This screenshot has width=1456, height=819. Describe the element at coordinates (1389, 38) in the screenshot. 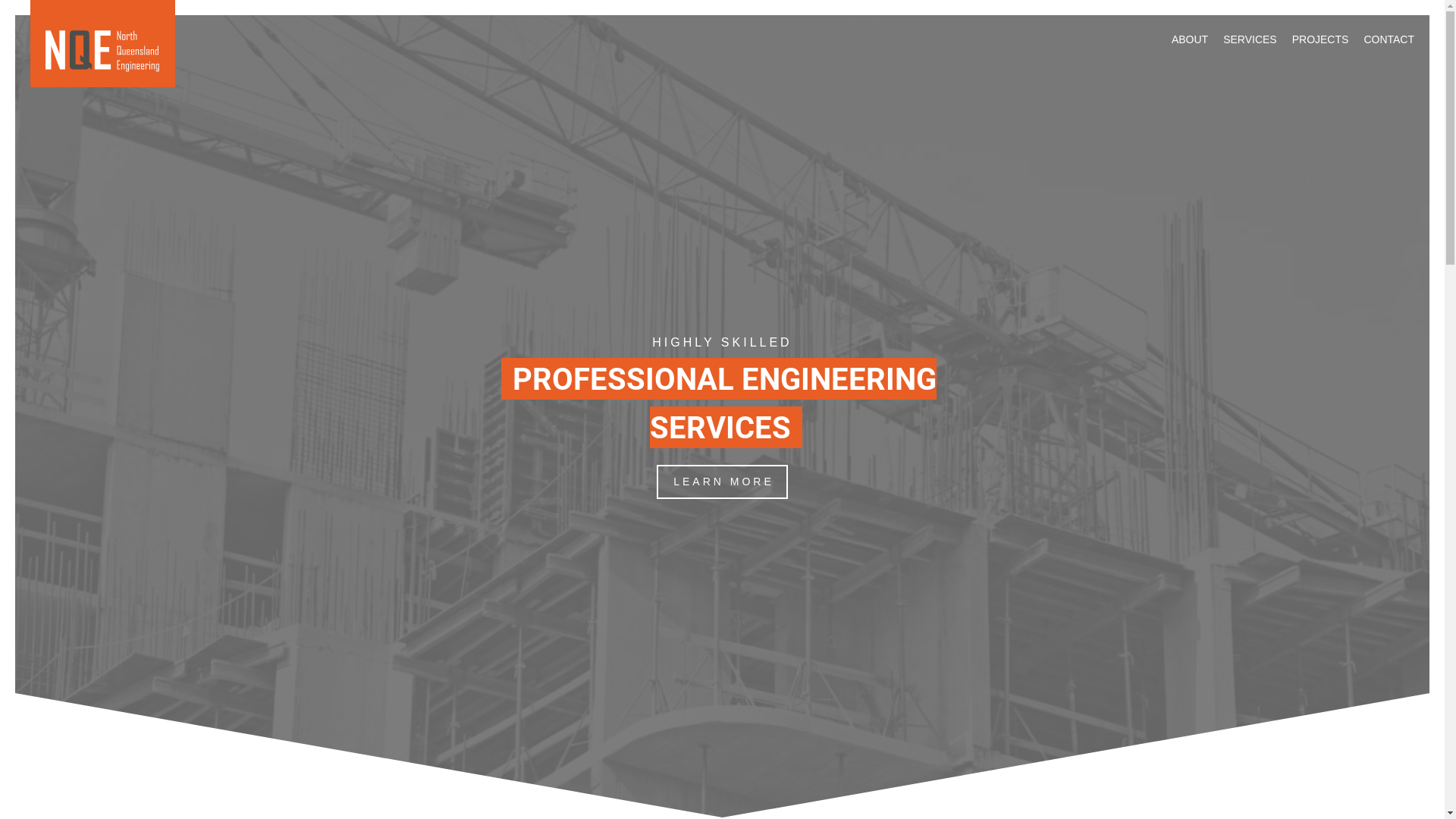

I see `'CONTACT'` at that location.